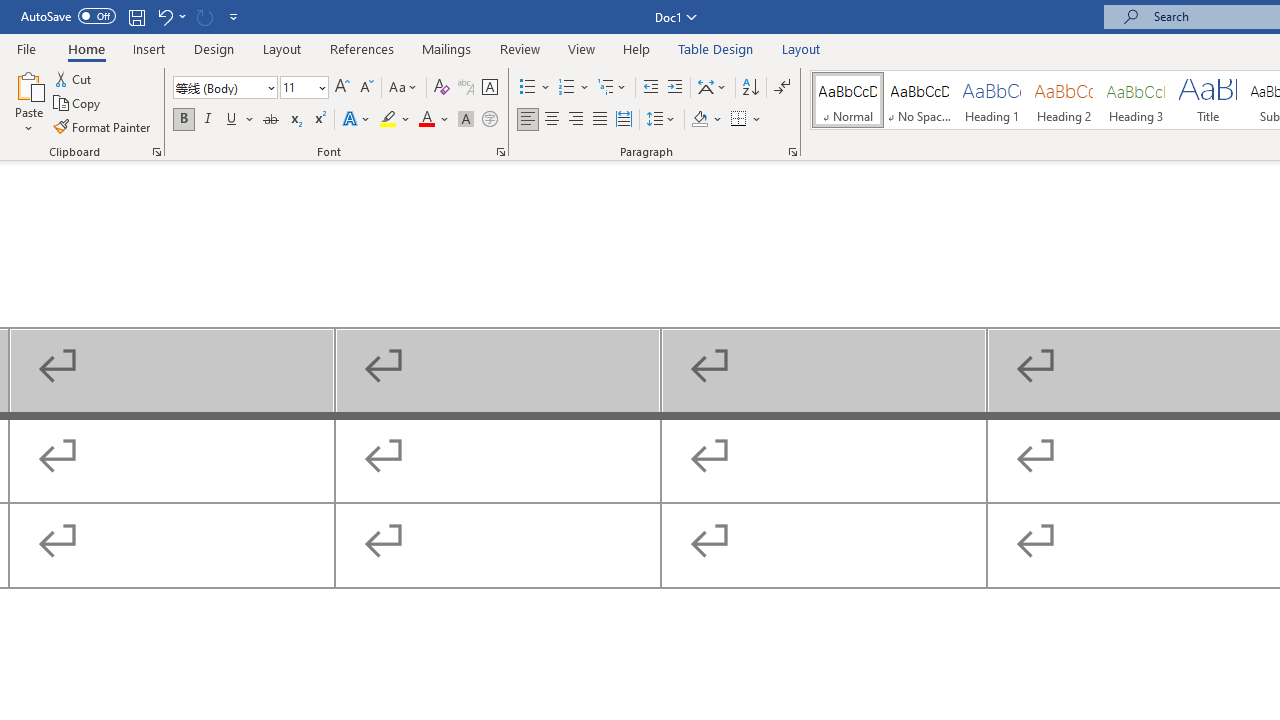 The width and height of the screenshot is (1280, 720). What do you see at coordinates (650, 86) in the screenshot?
I see `'Decrease Indent'` at bounding box center [650, 86].